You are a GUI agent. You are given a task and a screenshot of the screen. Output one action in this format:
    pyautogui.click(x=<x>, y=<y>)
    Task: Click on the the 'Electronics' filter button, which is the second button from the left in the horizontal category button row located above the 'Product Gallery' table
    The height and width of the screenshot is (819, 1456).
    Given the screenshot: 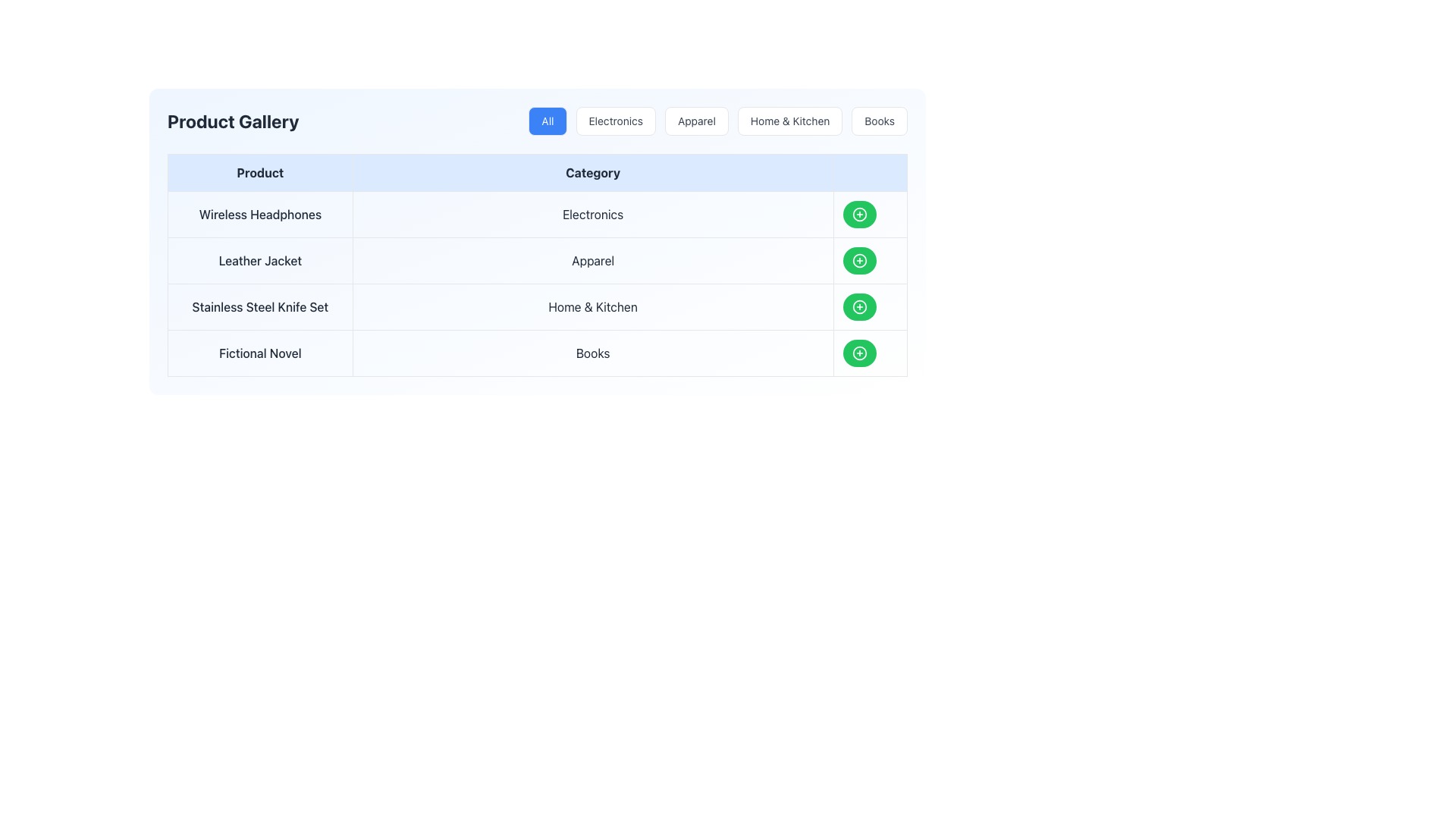 What is the action you would take?
    pyautogui.click(x=616, y=120)
    